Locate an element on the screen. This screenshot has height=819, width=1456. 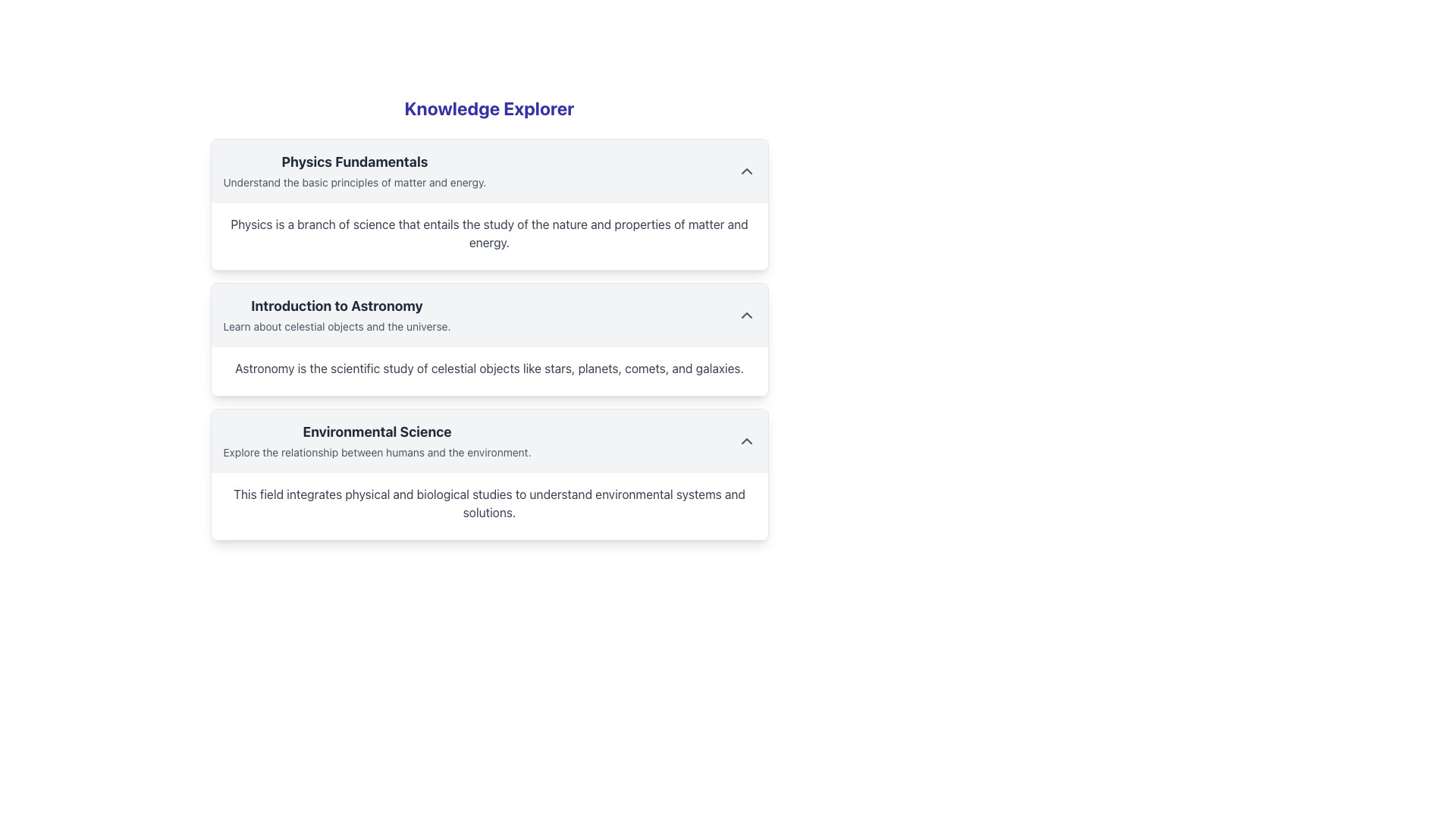
the bold text element that reads 'Introduction to Astronomy', which is styled as a title or header and is located centrally in the second card of a vertical stack is located at coordinates (336, 306).